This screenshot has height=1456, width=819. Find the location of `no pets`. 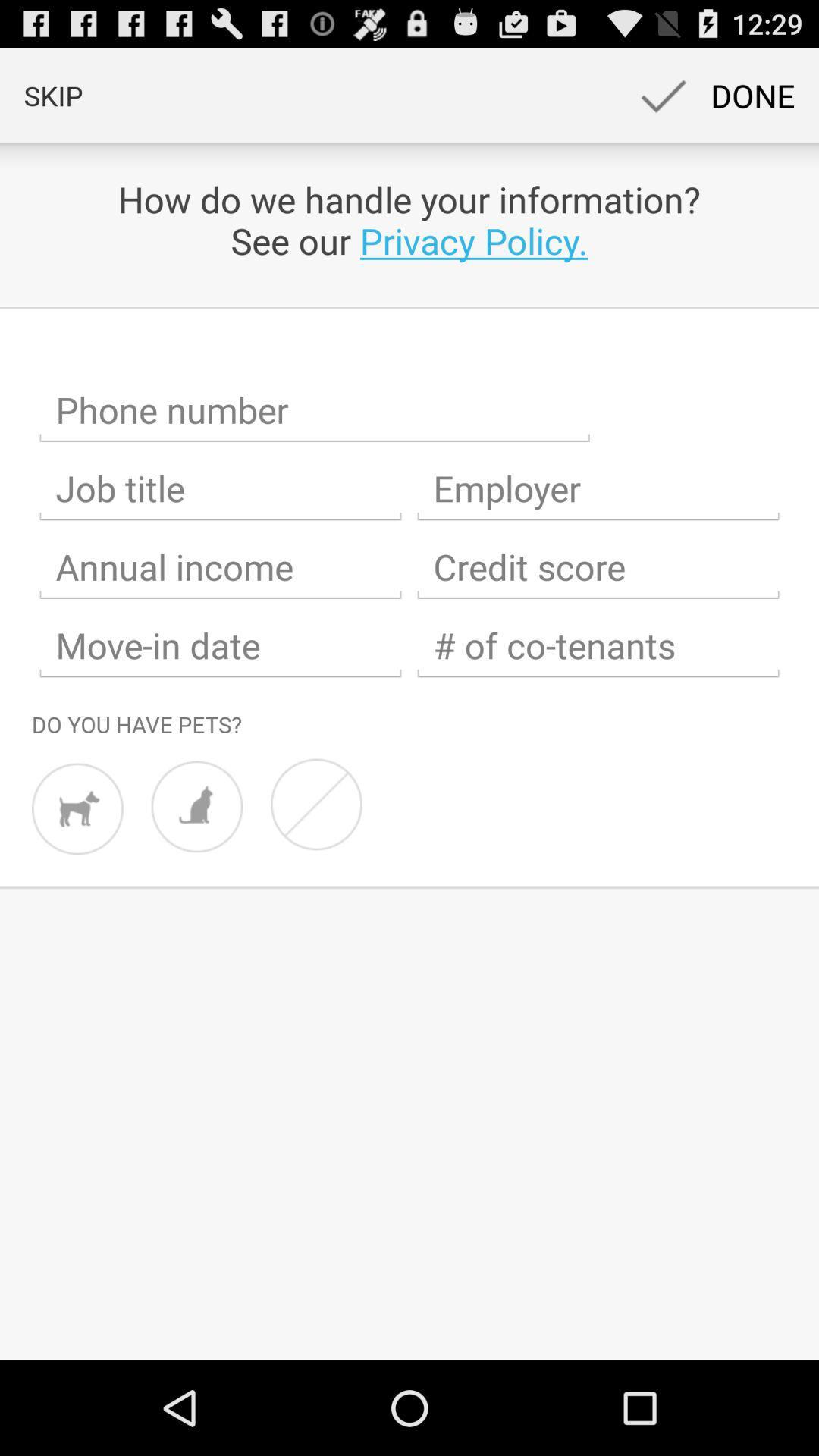

no pets is located at coordinates (315, 803).